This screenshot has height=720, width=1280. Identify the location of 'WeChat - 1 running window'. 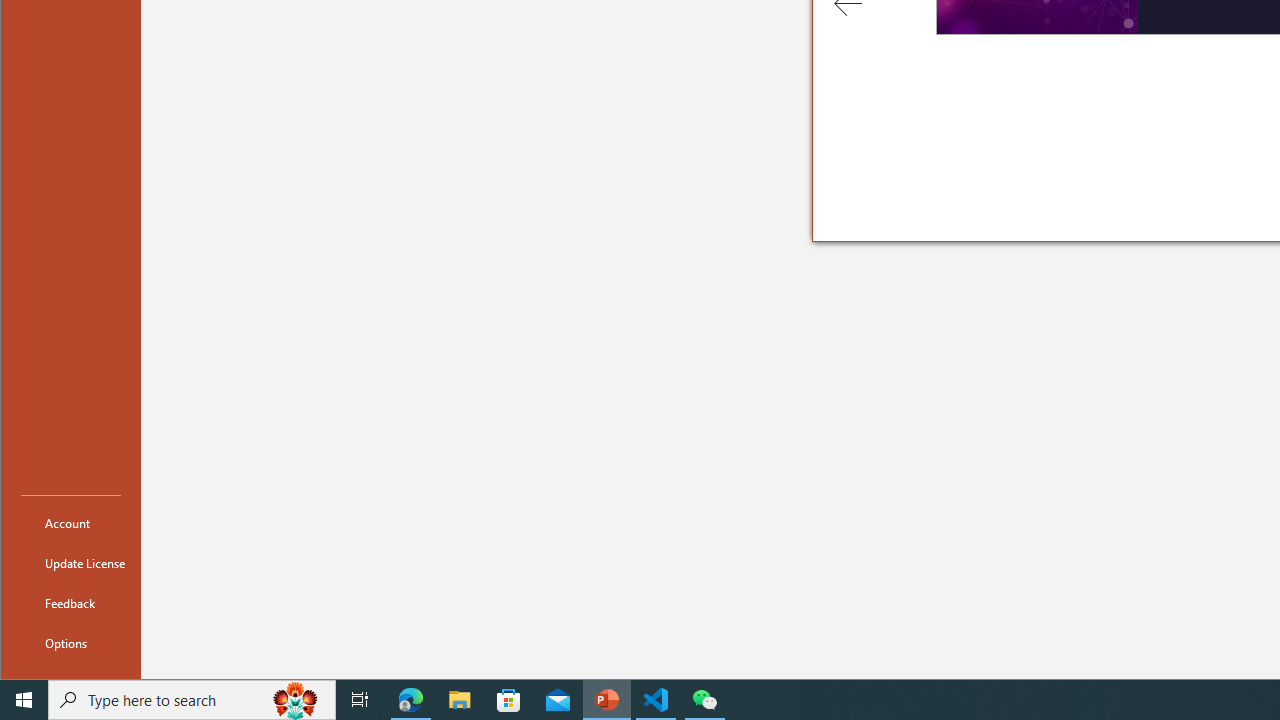
(705, 698).